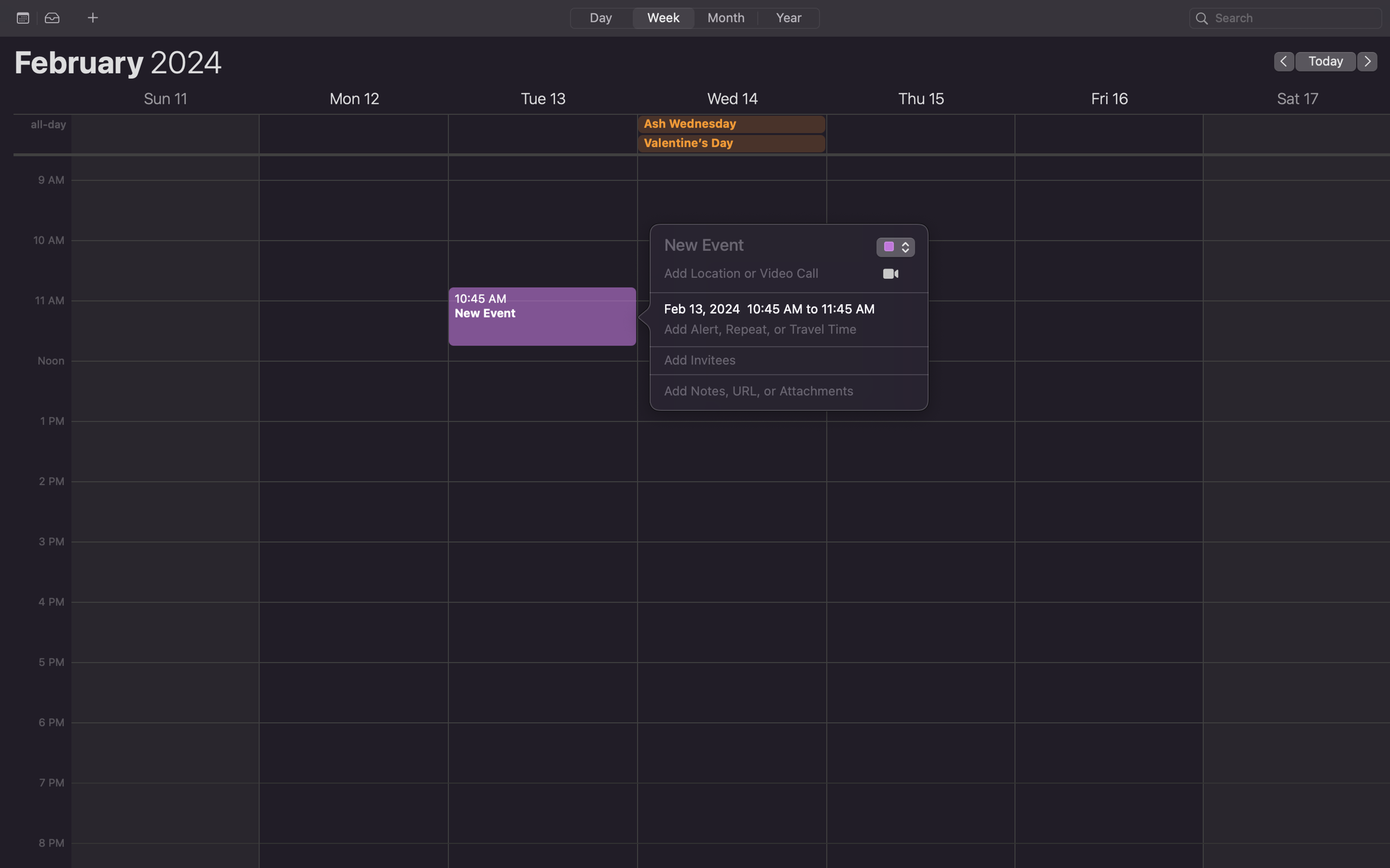  What do you see at coordinates (887, 249) in the screenshot?
I see `Add the event type as "Team Building"` at bounding box center [887, 249].